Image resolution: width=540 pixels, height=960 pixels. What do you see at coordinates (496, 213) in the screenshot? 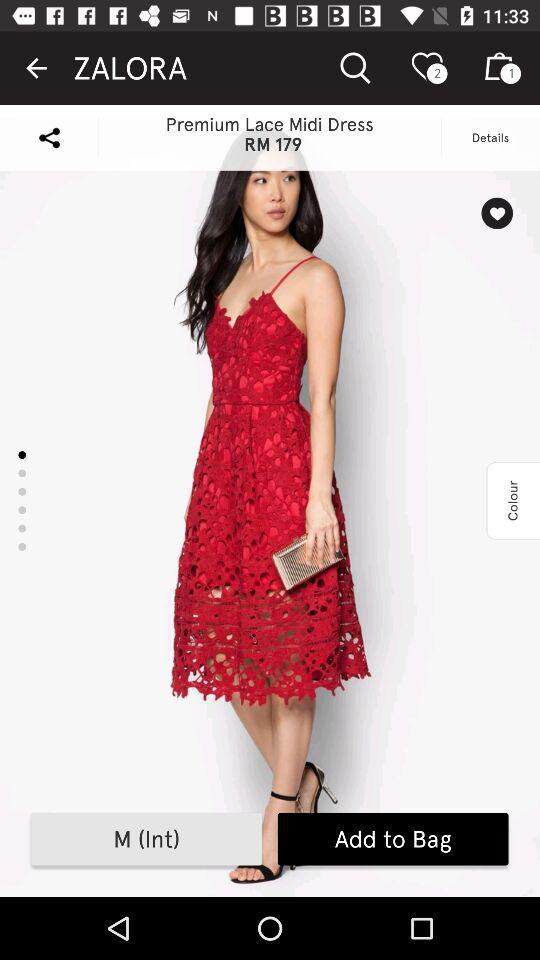
I see `the favorite icon` at bounding box center [496, 213].